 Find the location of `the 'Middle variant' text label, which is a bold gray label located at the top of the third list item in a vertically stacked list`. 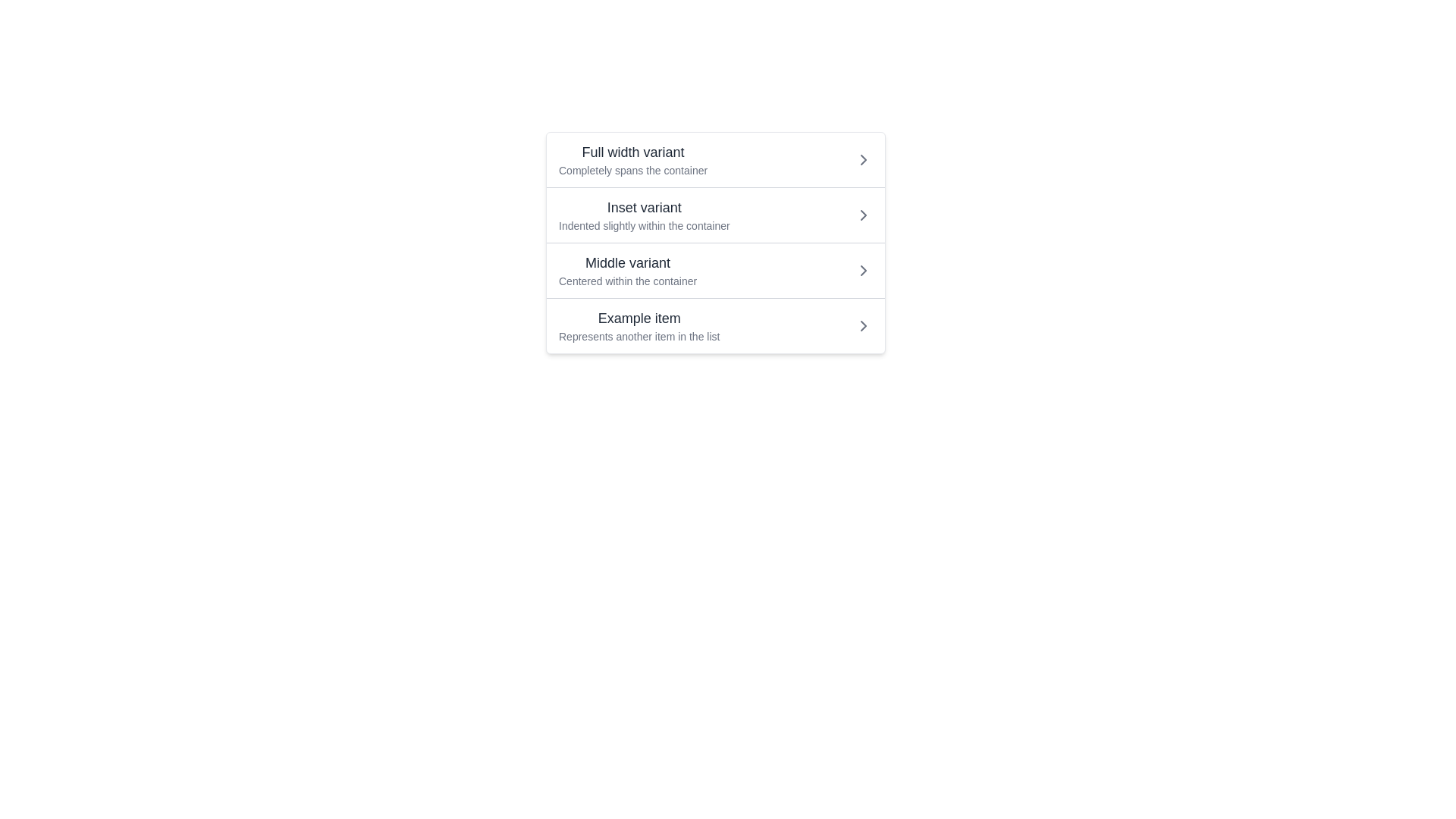

the 'Middle variant' text label, which is a bold gray label located at the top of the third list item in a vertically stacked list is located at coordinates (628, 262).